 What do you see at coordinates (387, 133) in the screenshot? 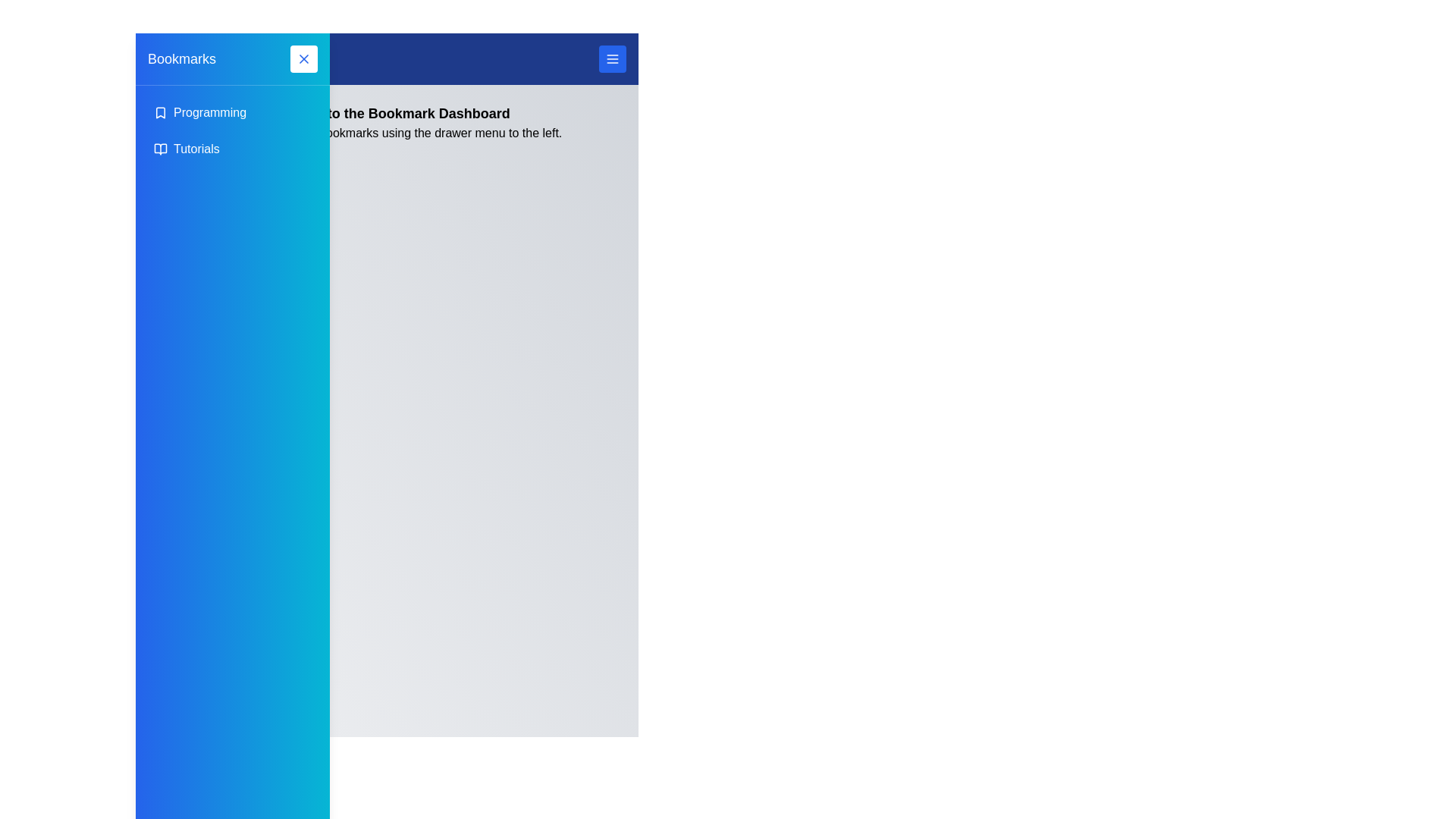
I see `the static text element that reads 'Explore your saved bookmarks using the drawer menu to the left.', located below the heading 'Welcome to the Bookmark Dashboard'` at bounding box center [387, 133].